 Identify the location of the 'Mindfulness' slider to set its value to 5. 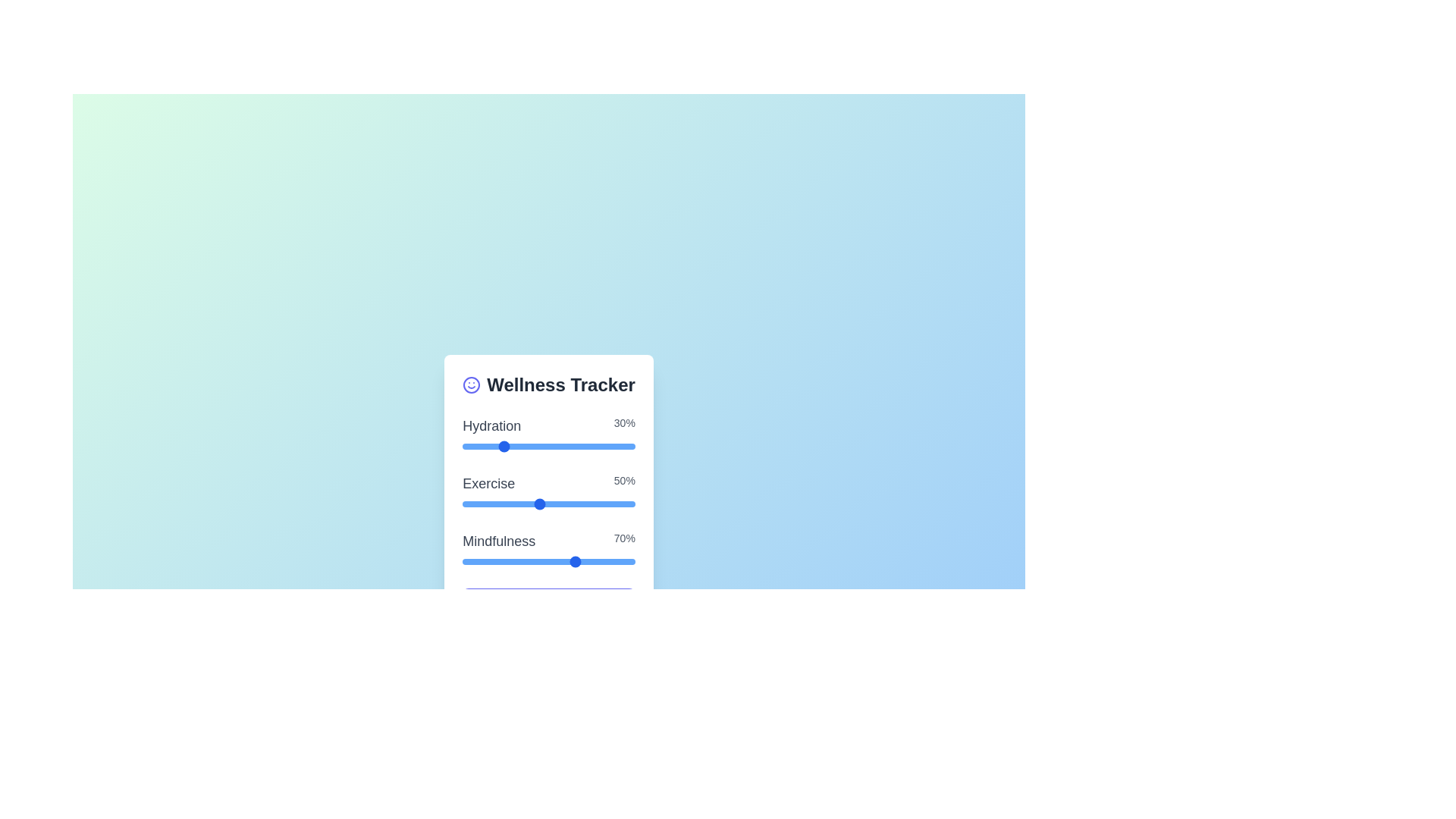
(539, 561).